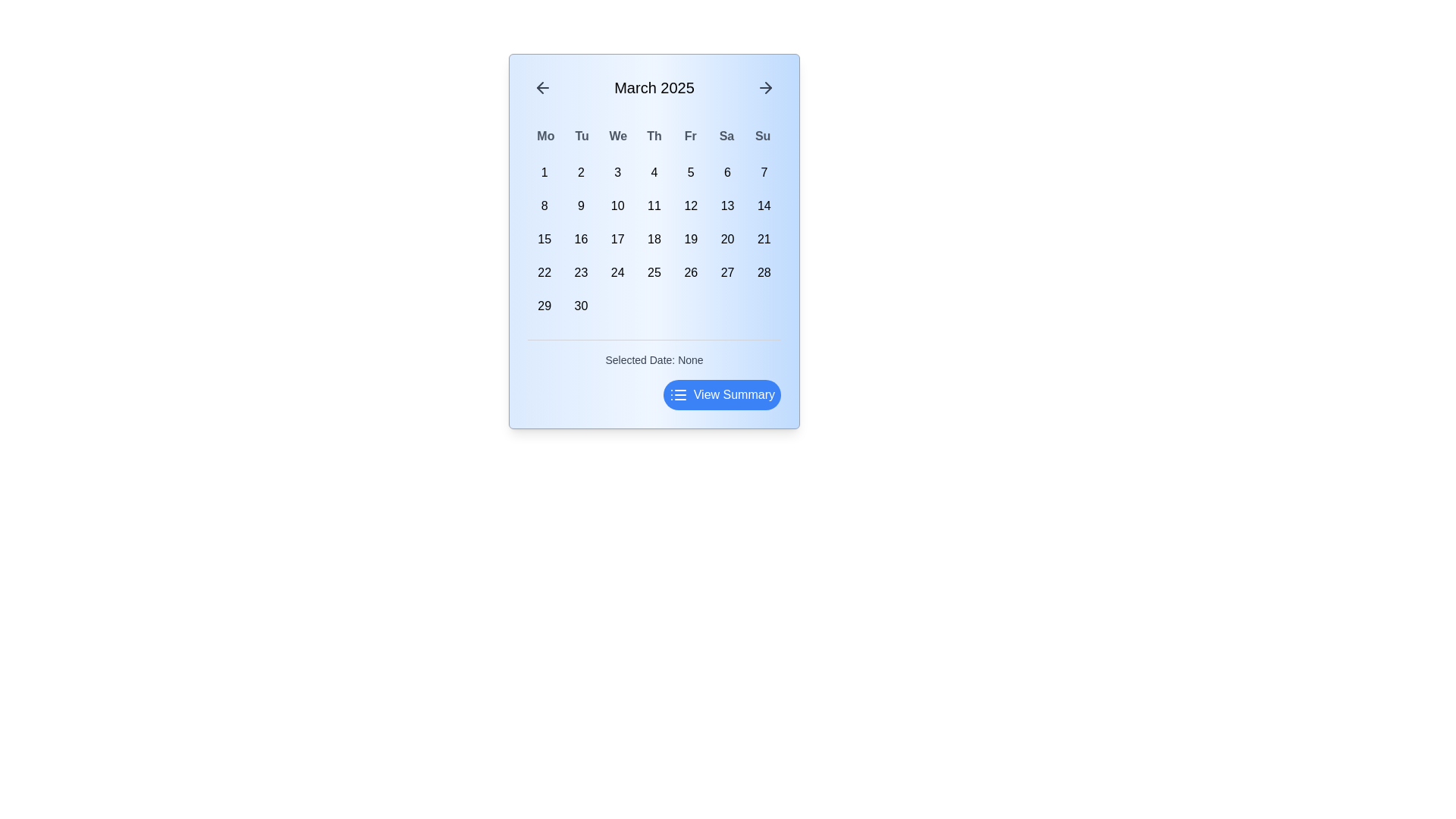 Image resolution: width=1456 pixels, height=819 pixels. Describe the element at coordinates (690, 206) in the screenshot. I see `the rounded button labeled '12' in the calendar for March 2025` at that location.